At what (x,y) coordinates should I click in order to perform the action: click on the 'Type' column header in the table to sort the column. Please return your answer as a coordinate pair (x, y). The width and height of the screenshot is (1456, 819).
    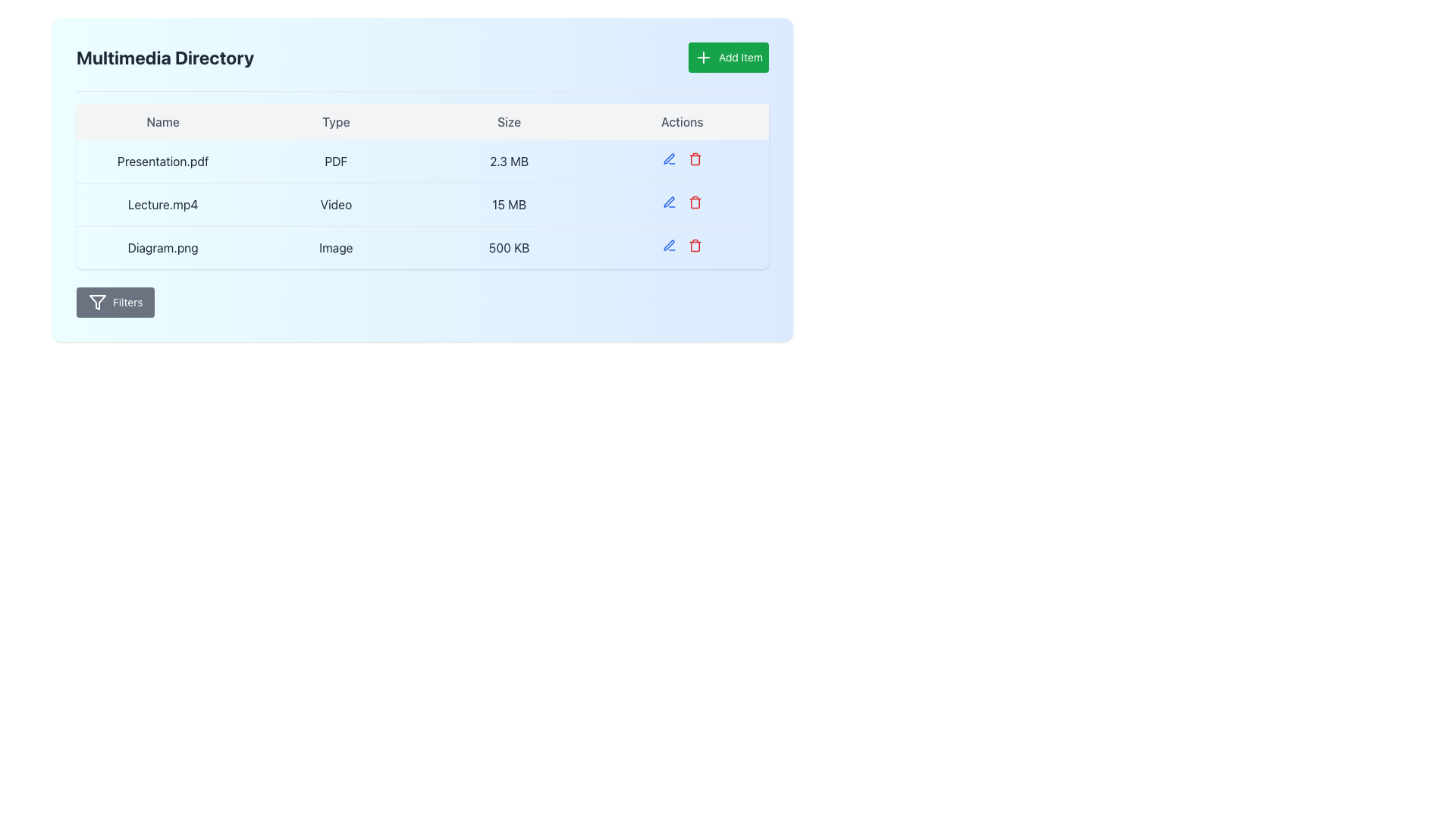
    Looking at the image, I should click on (335, 121).